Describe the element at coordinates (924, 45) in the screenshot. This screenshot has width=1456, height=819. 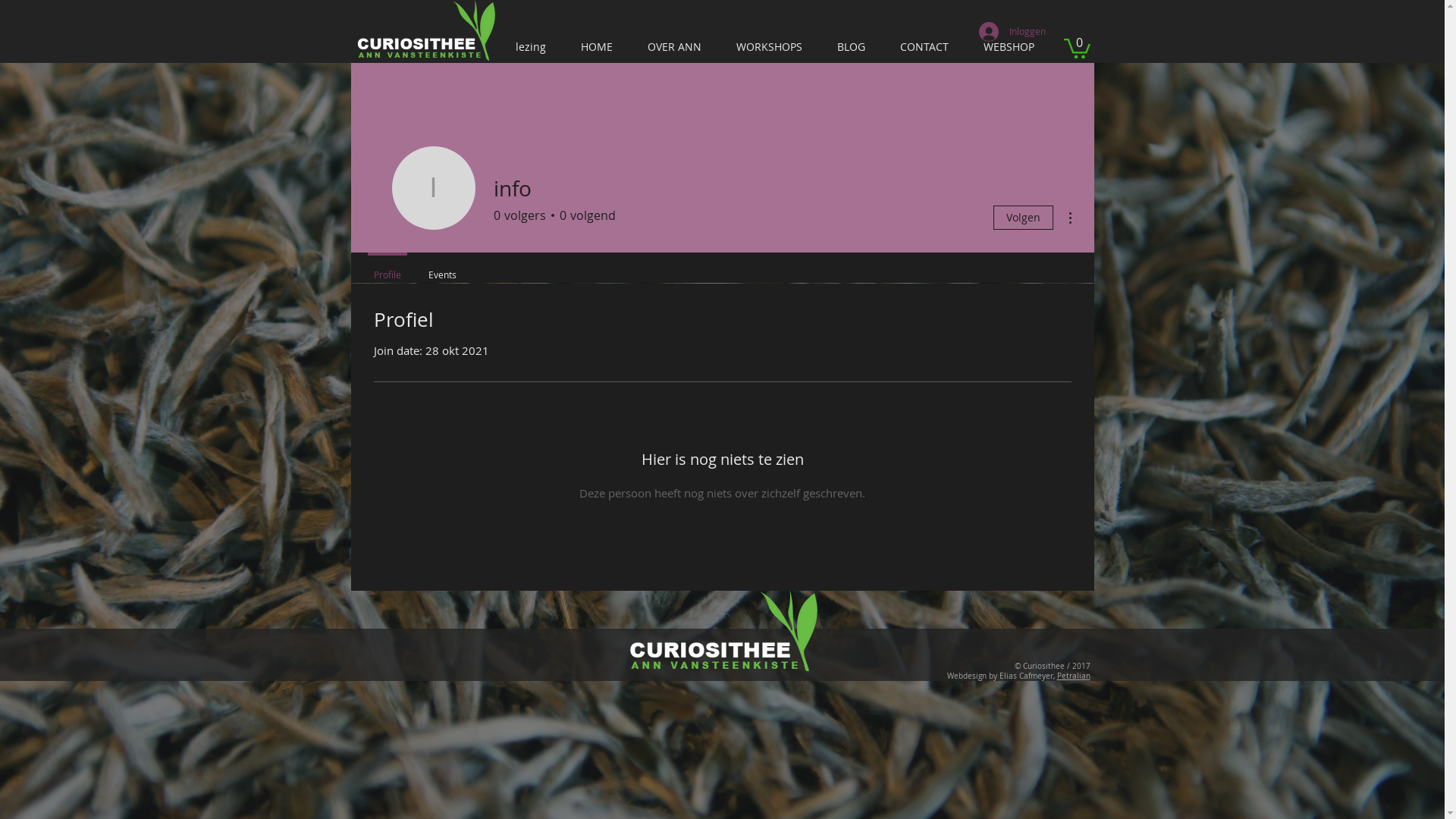
I see `'CONTACT'` at that location.